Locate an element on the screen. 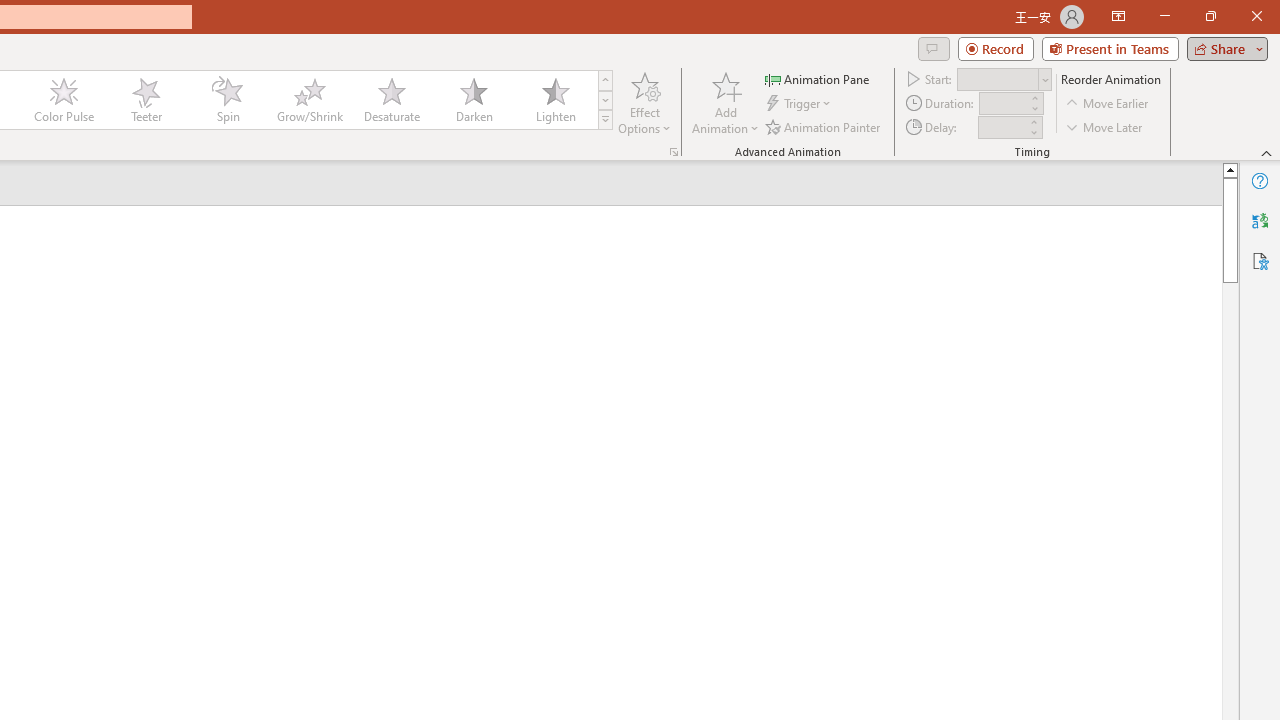 The width and height of the screenshot is (1280, 720). 'Collapse the Ribbon' is located at coordinates (1266, 152).